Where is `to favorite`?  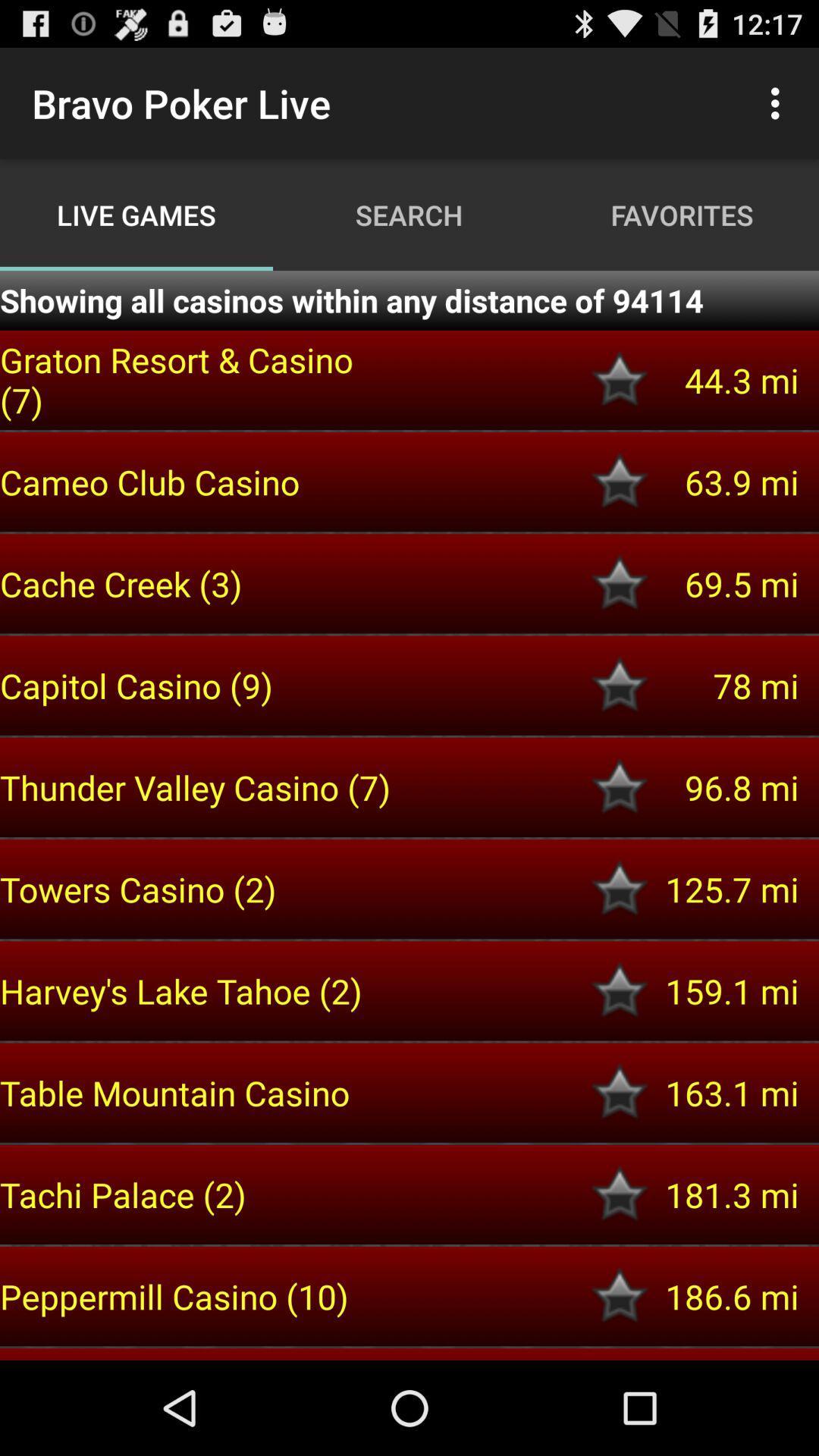 to favorite is located at coordinates (620, 380).